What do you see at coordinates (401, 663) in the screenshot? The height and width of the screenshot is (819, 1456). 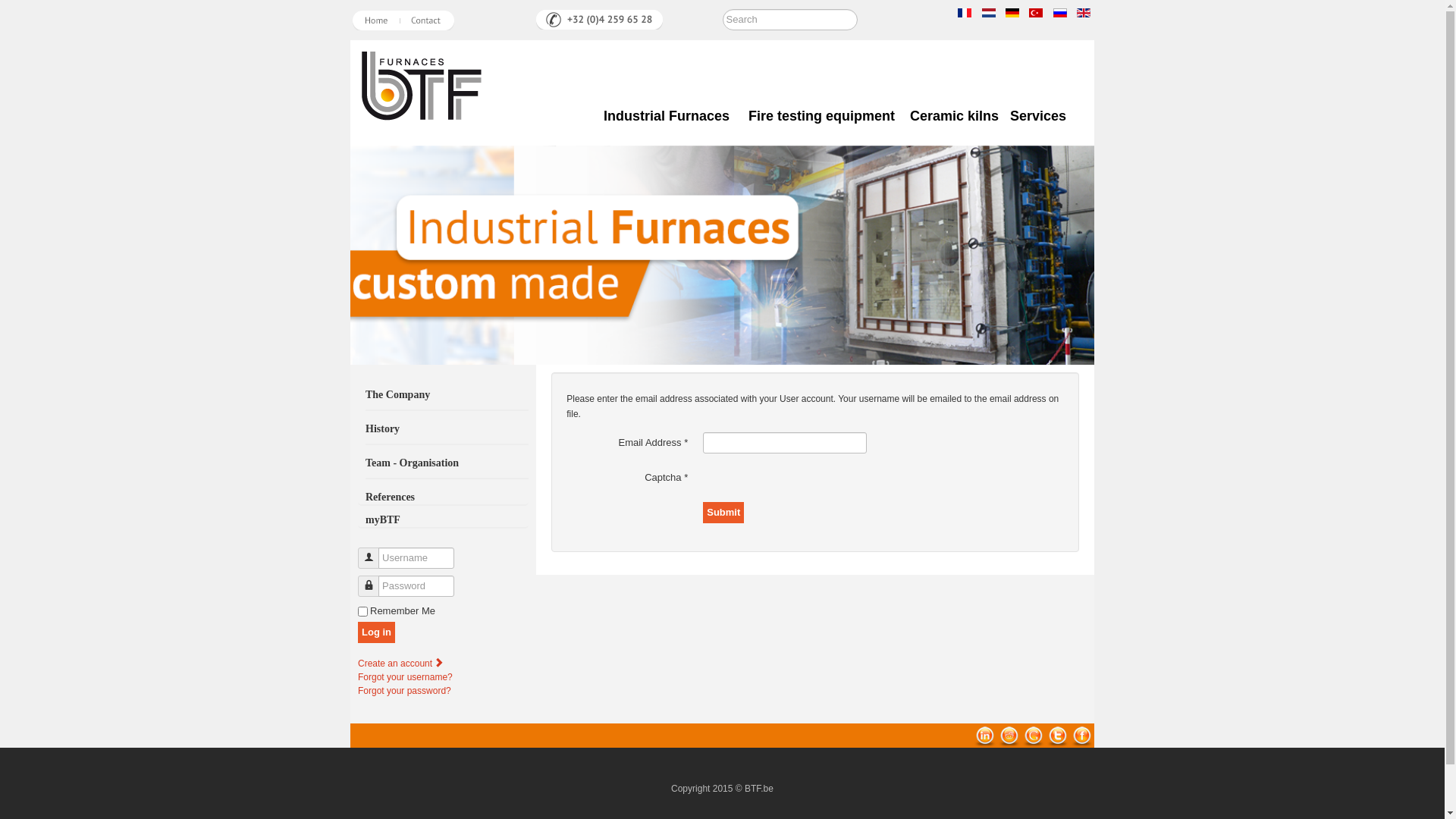 I see `'Create an account'` at bounding box center [401, 663].